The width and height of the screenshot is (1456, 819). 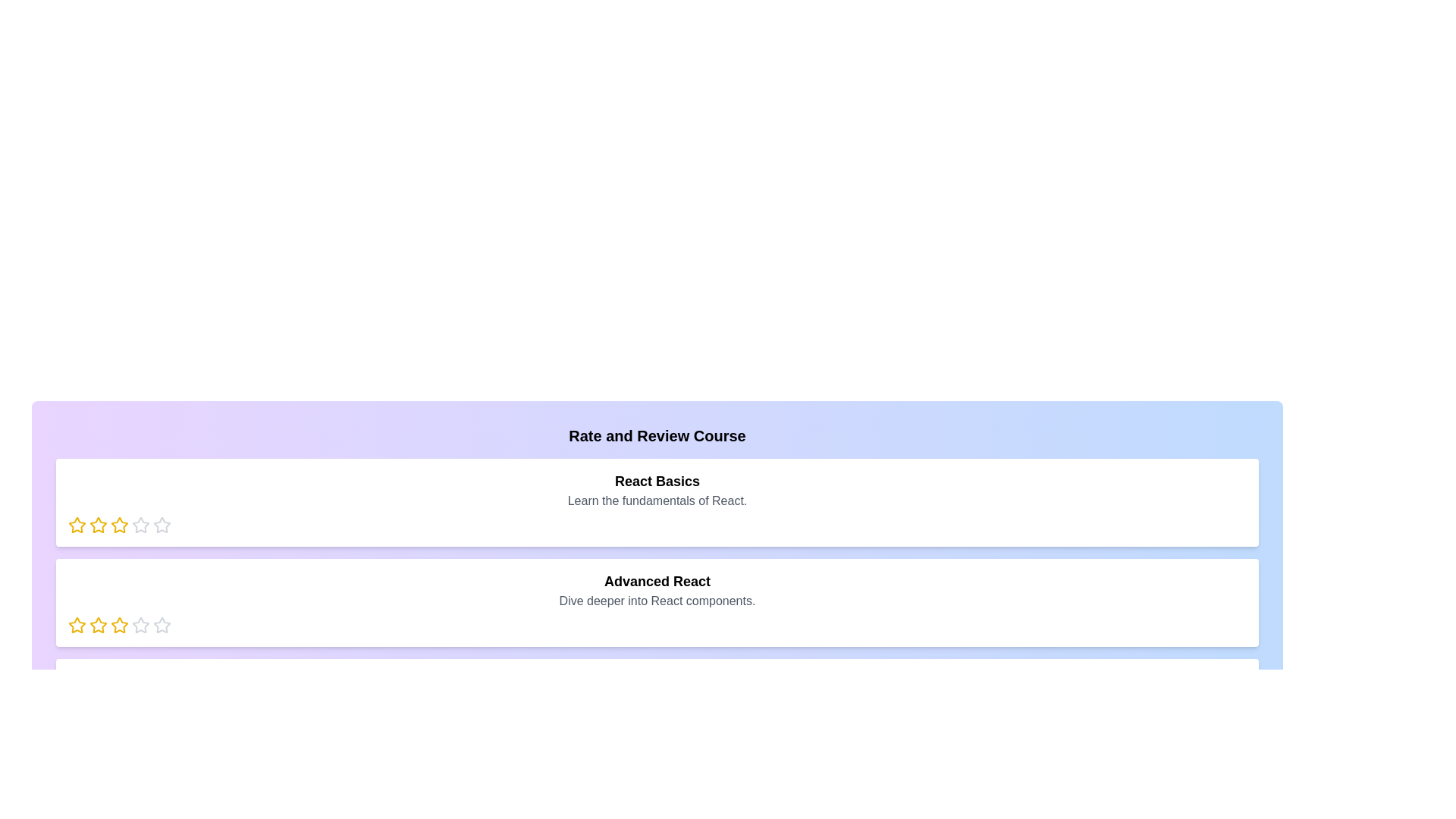 I want to click on the second star in the star rating system for the 'Advanced React' course to set or change a rating, so click(x=119, y=625).